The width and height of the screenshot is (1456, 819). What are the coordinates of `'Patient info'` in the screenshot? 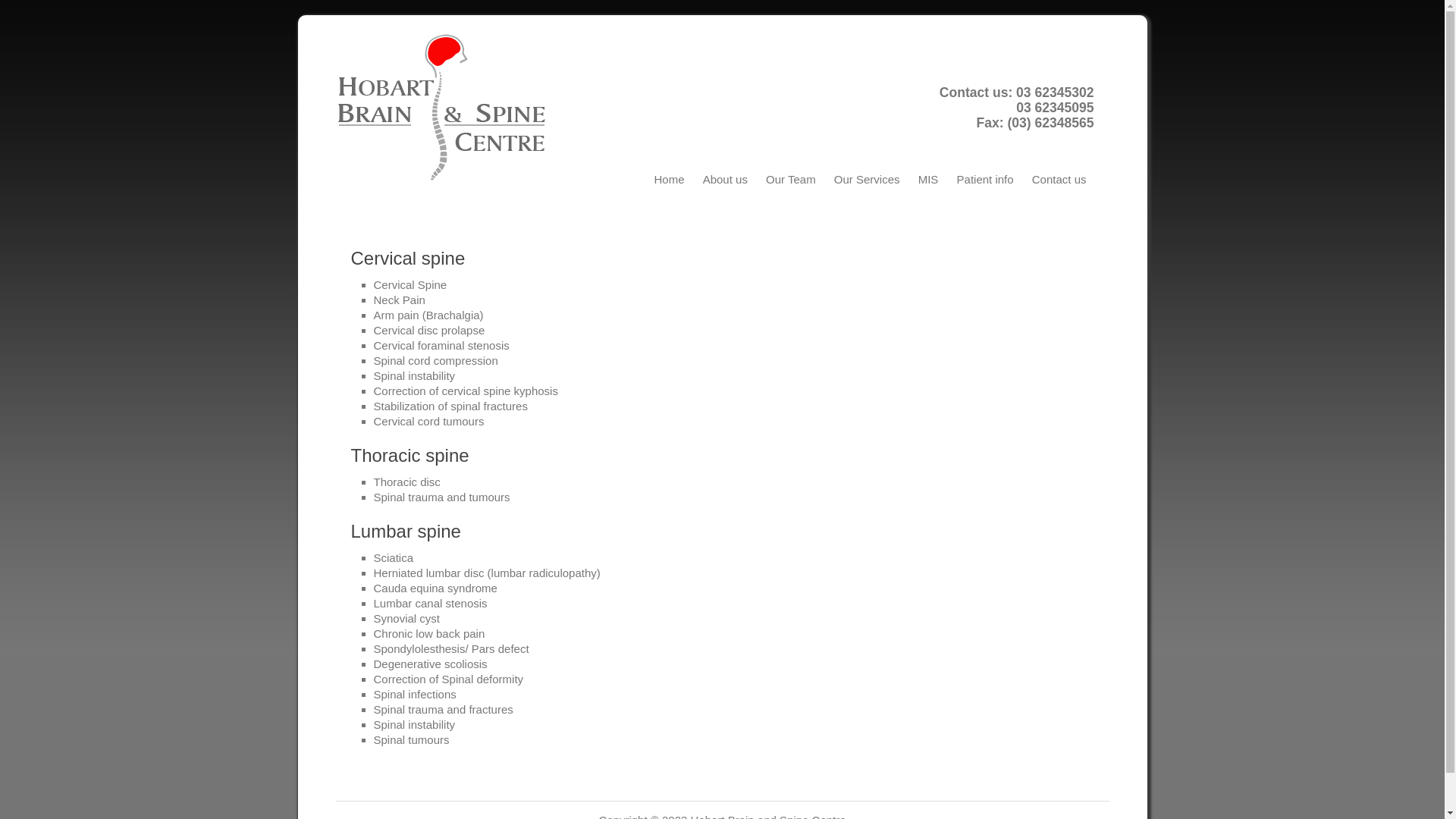 It's located at (985, 178).